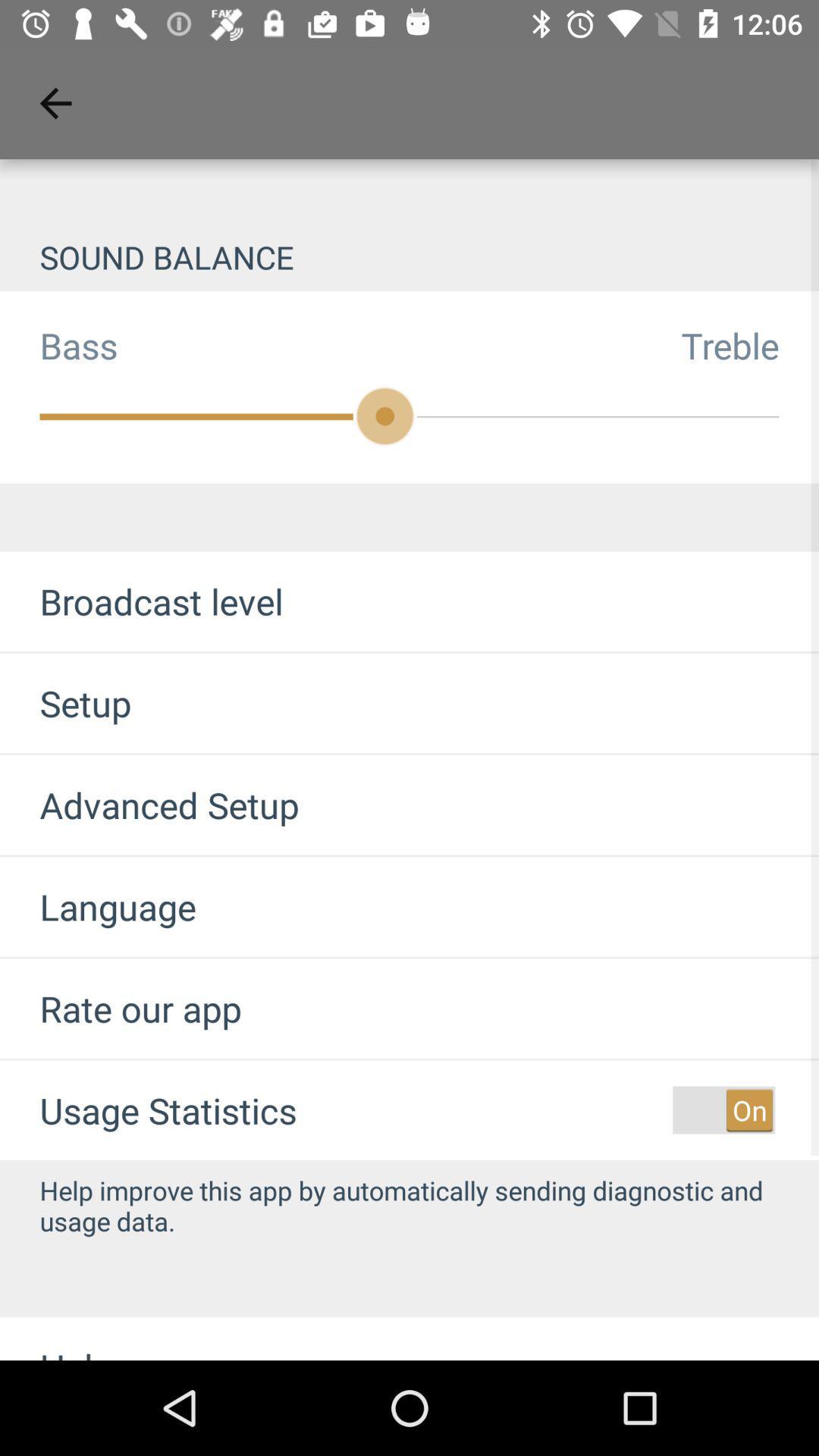 The height and width of the screenshot is (1456, 819). What do you see at coordinates (168, 1110) in the screenshot?
I see `item below the rate our app` at bounding box center [168, 1110].